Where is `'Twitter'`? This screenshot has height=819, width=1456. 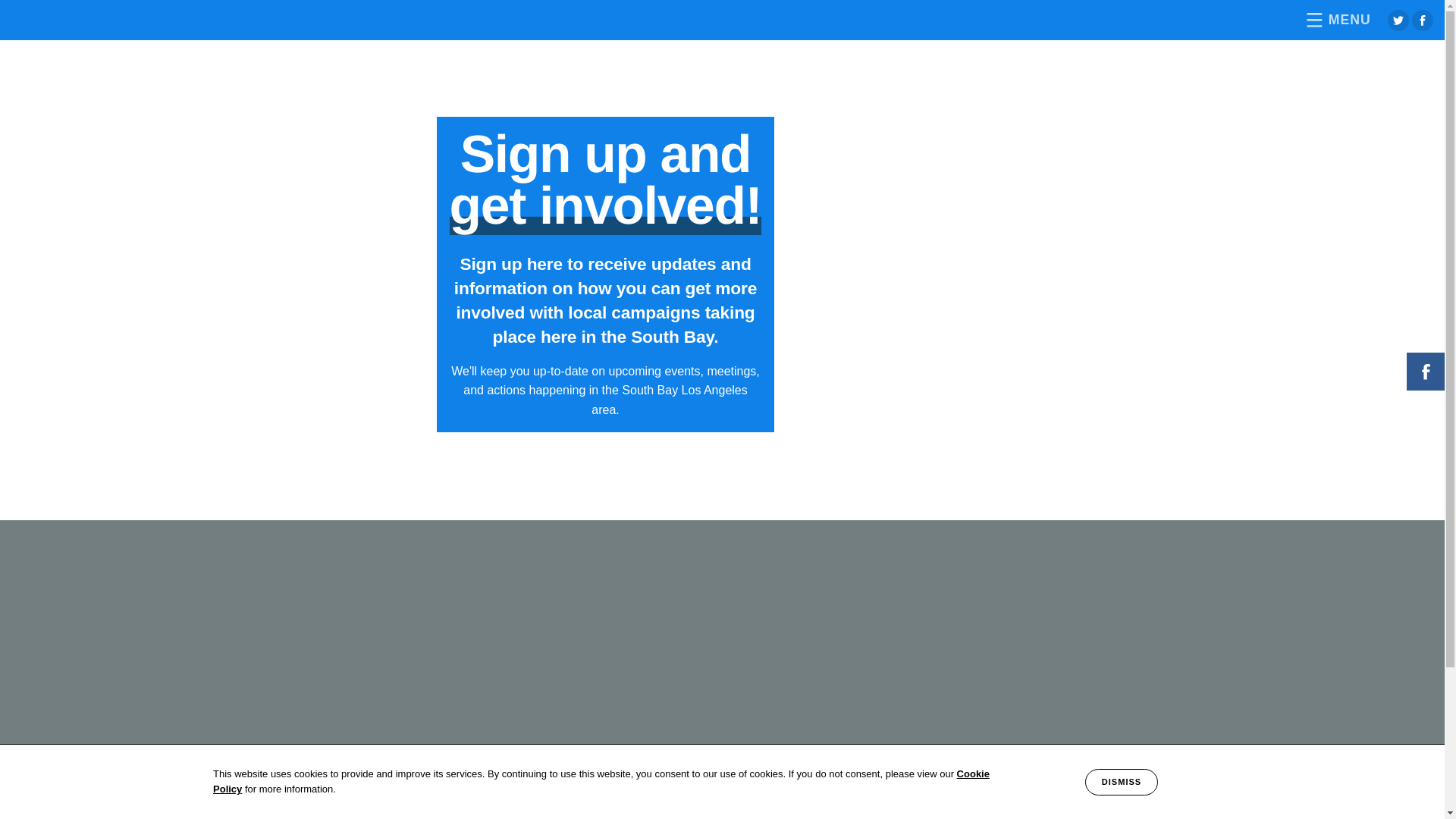 'Twitter' is located at coordinates (1397, 20).